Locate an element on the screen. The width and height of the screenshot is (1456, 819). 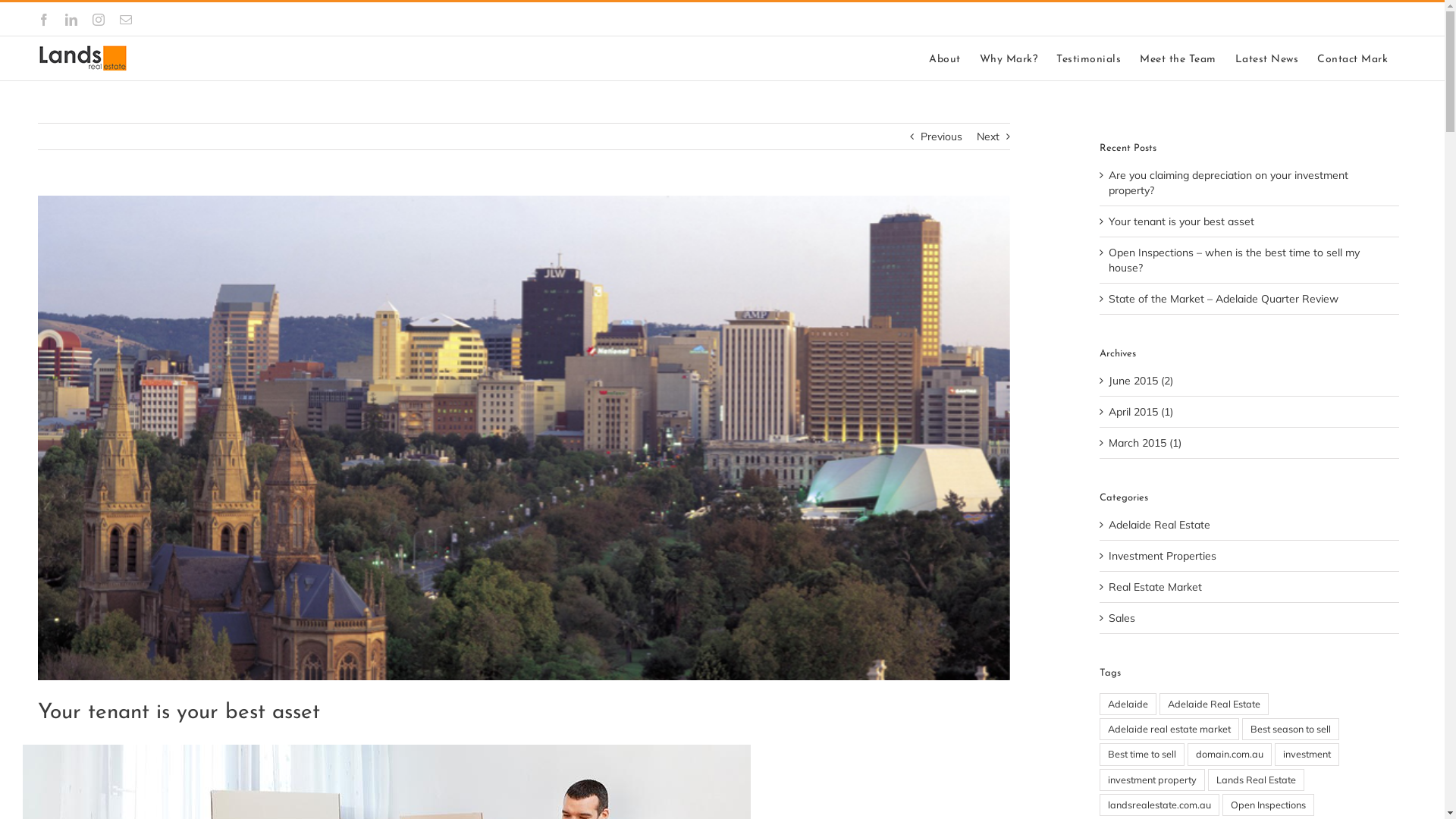
'Email' is located at coordinates (126, 20).